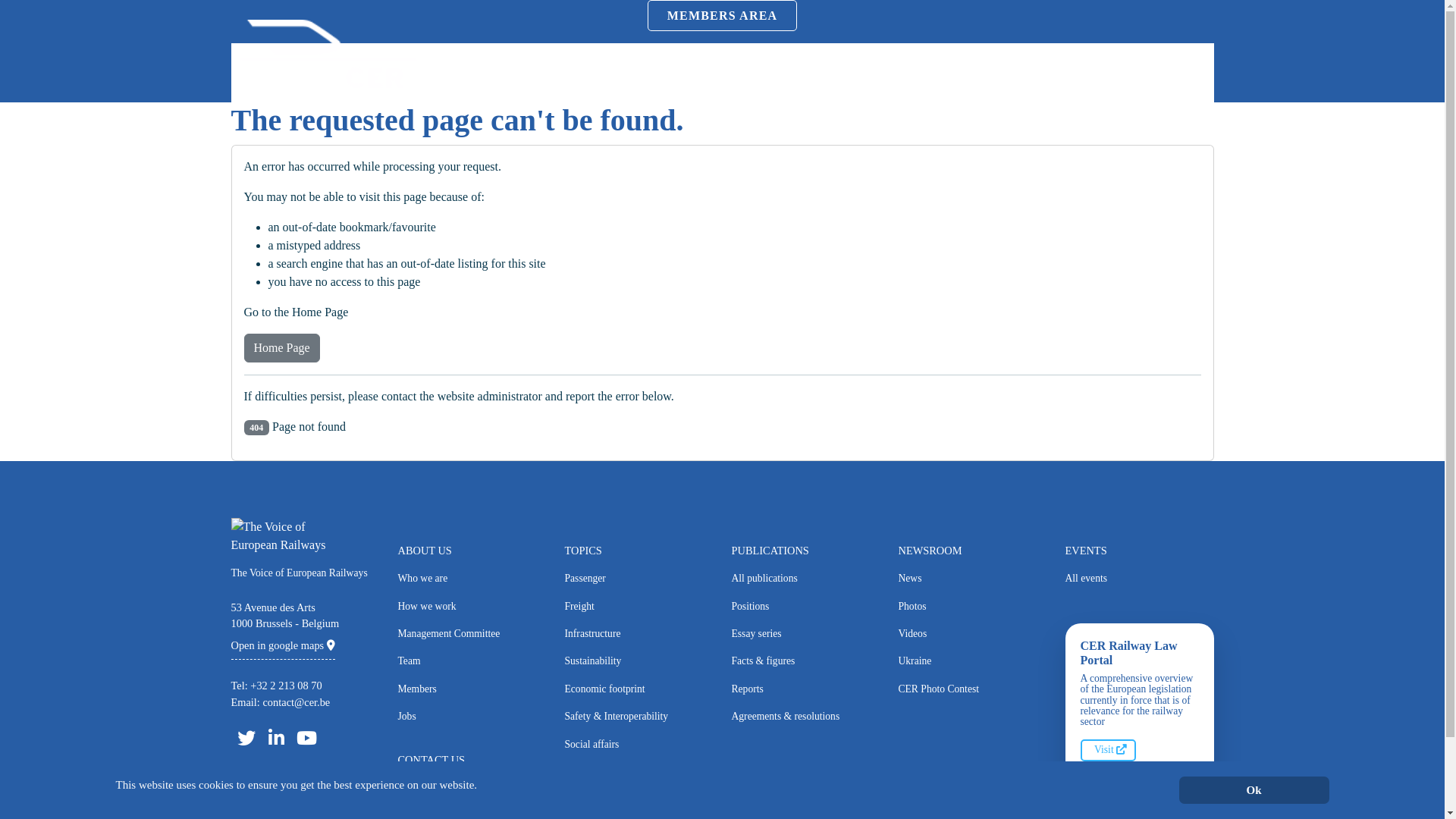 Image resolution: width=1456 pixels, height=819 pixels. What do you see at coordinates (971, 634) in the screenshot?
I see `'Videos'` at bounding box center [971, 634].